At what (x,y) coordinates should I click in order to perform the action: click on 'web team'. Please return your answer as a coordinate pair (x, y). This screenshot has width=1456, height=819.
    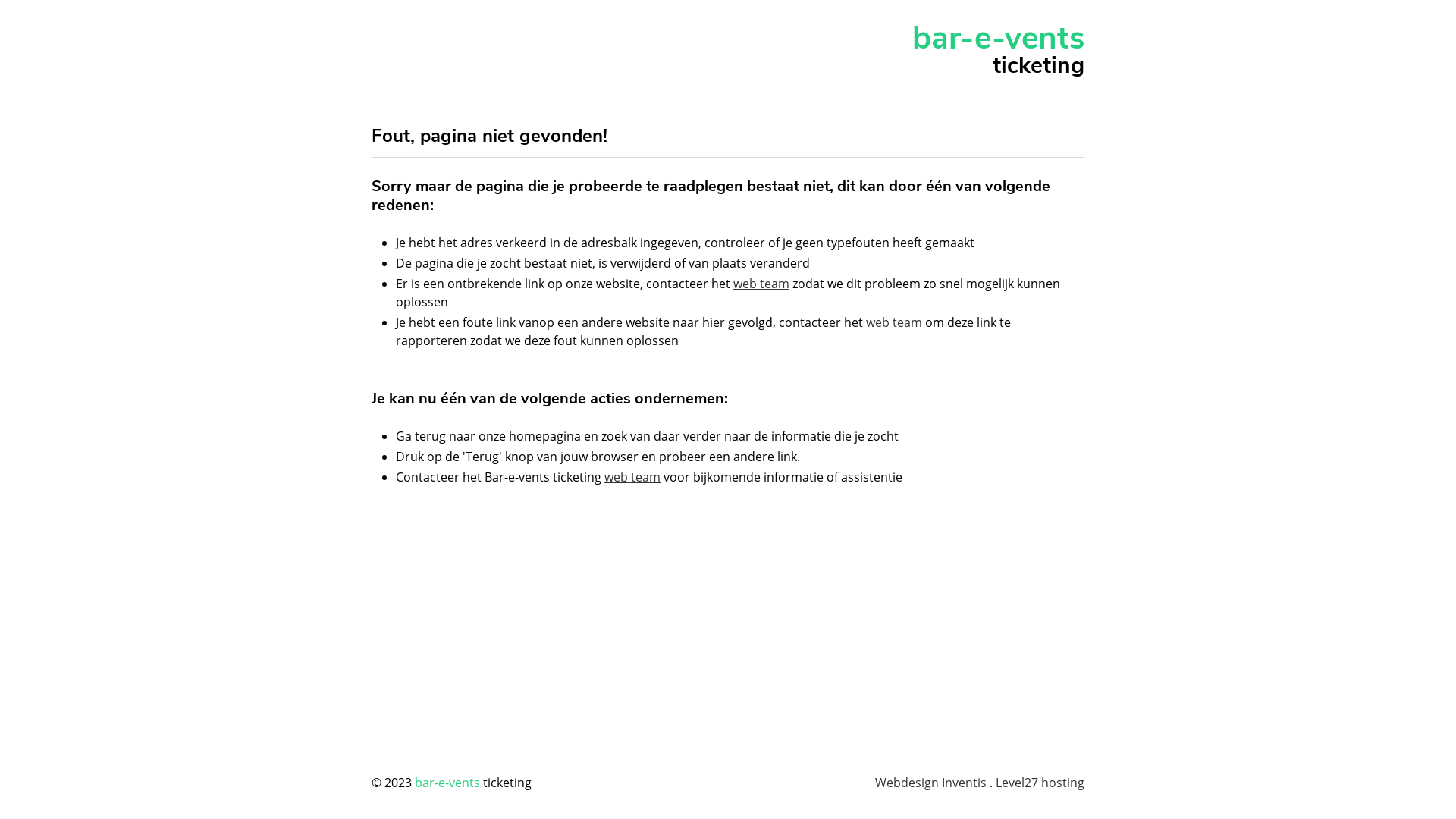
    Looking at the image, I should click on (866, 321).